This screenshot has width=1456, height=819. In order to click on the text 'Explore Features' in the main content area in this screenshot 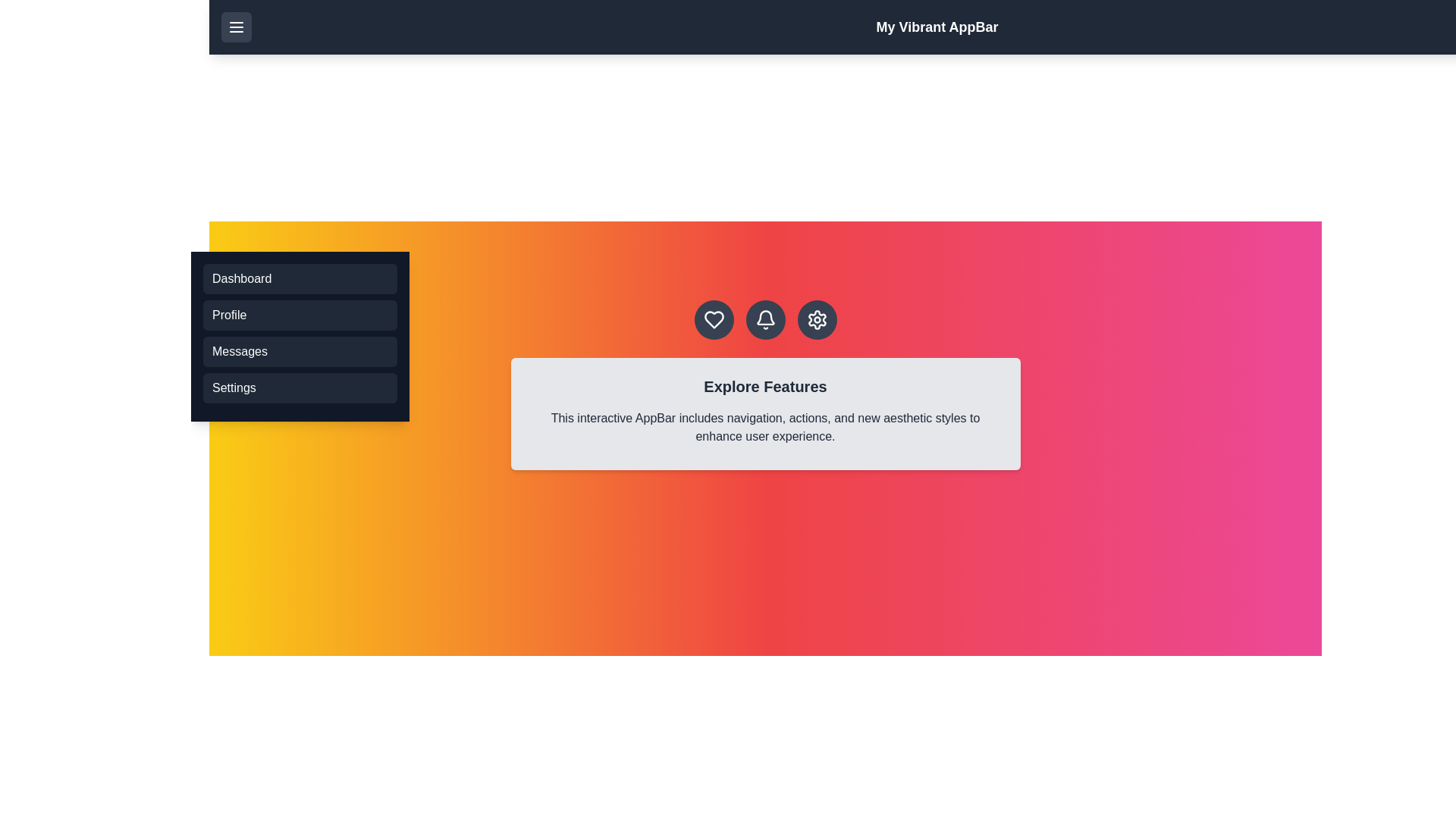, I will do `click(765, 385)`.